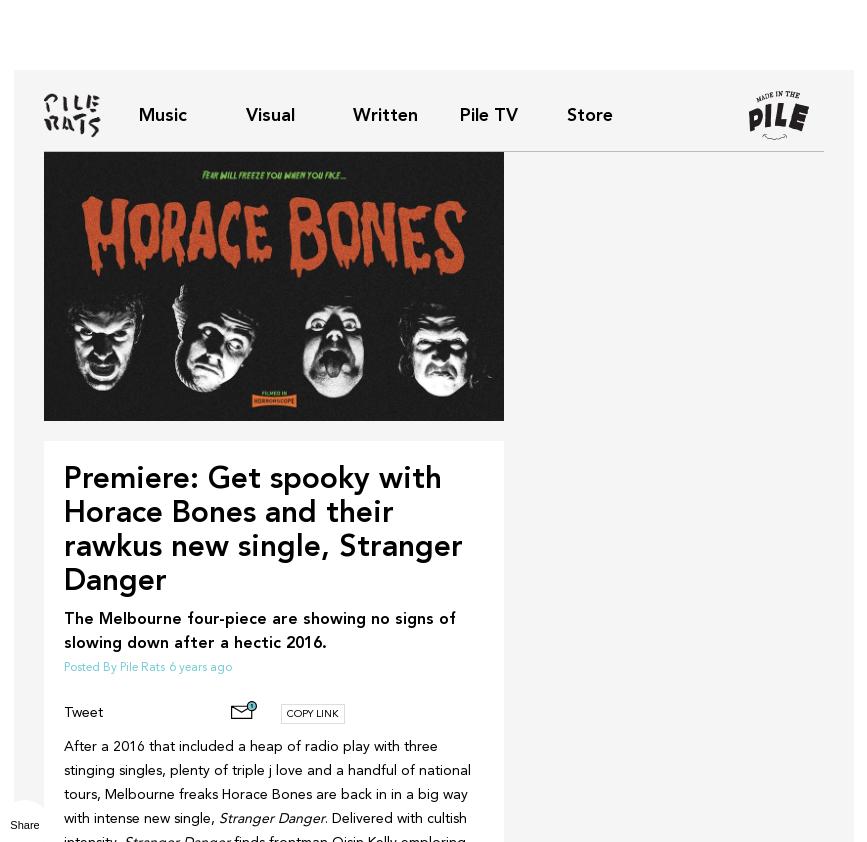  What do you see at coordinates (487, 113) in the screenshot?
I see `'Pile TV'` at bounding box center [487, 113].